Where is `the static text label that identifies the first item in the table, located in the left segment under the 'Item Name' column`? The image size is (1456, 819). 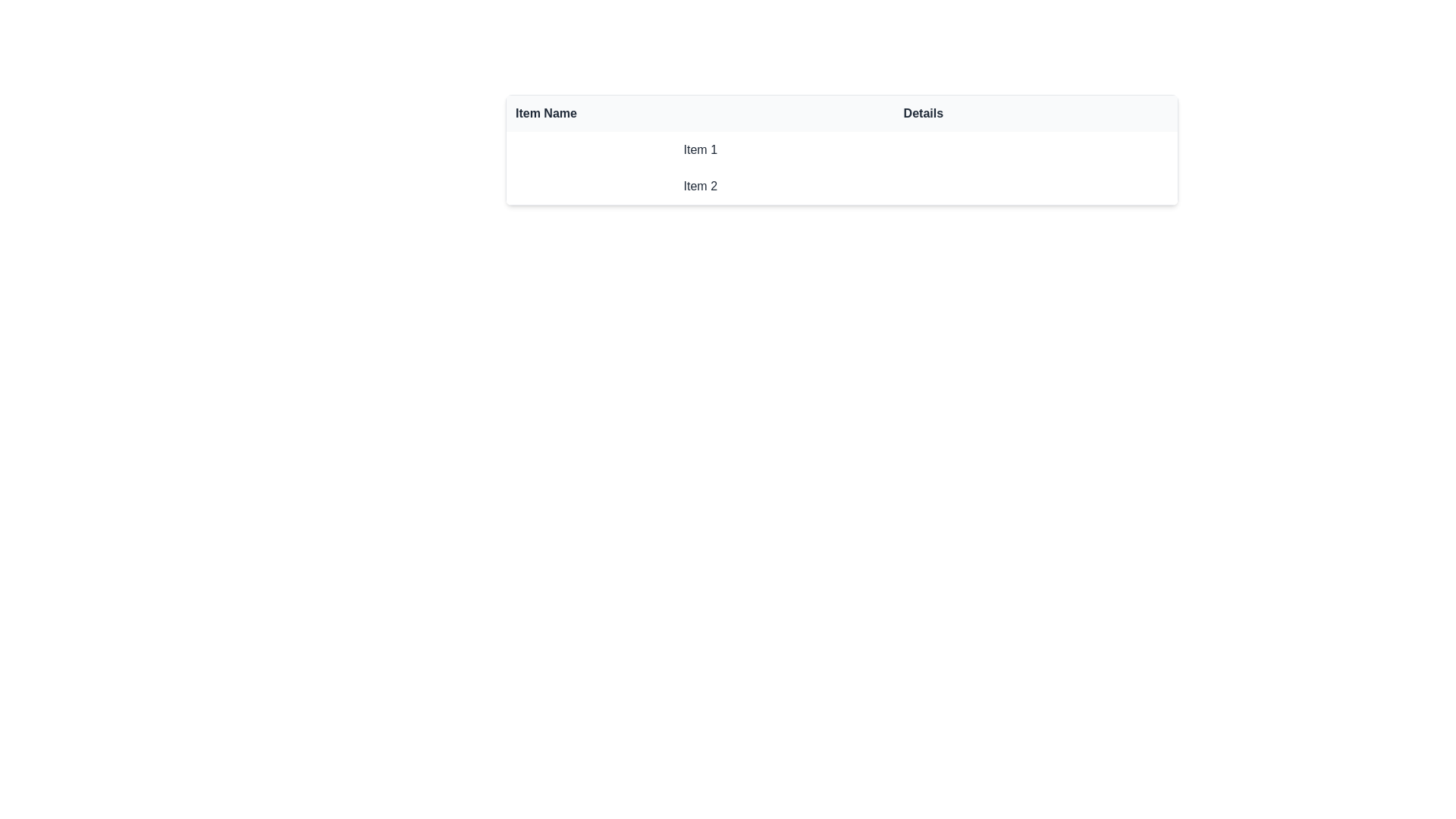 the static text label that identifies the first item in the table, located in the left segment under the 'Item Name' column is located at coordinates (699, 149).